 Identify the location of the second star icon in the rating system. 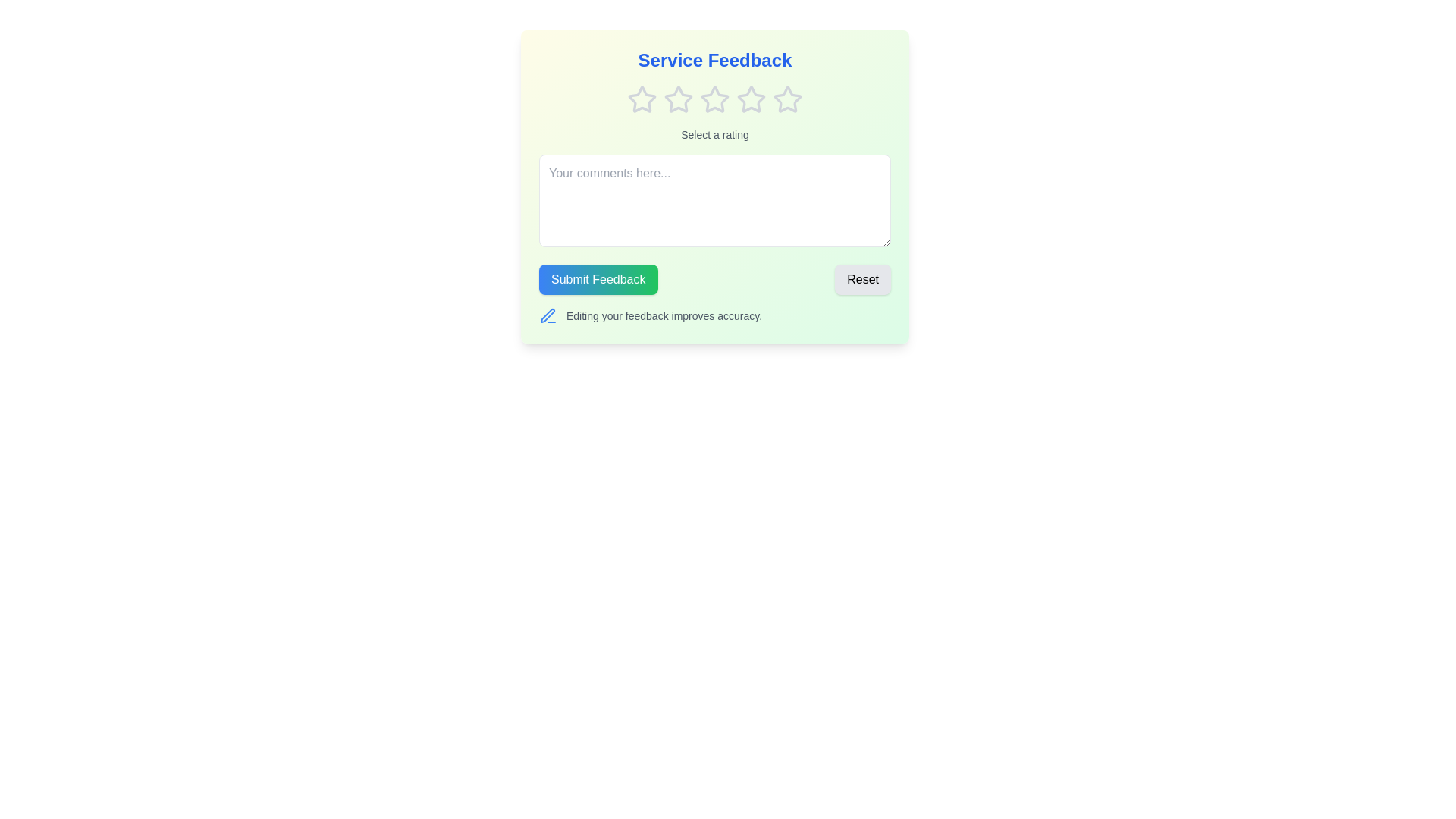
(677, 99).